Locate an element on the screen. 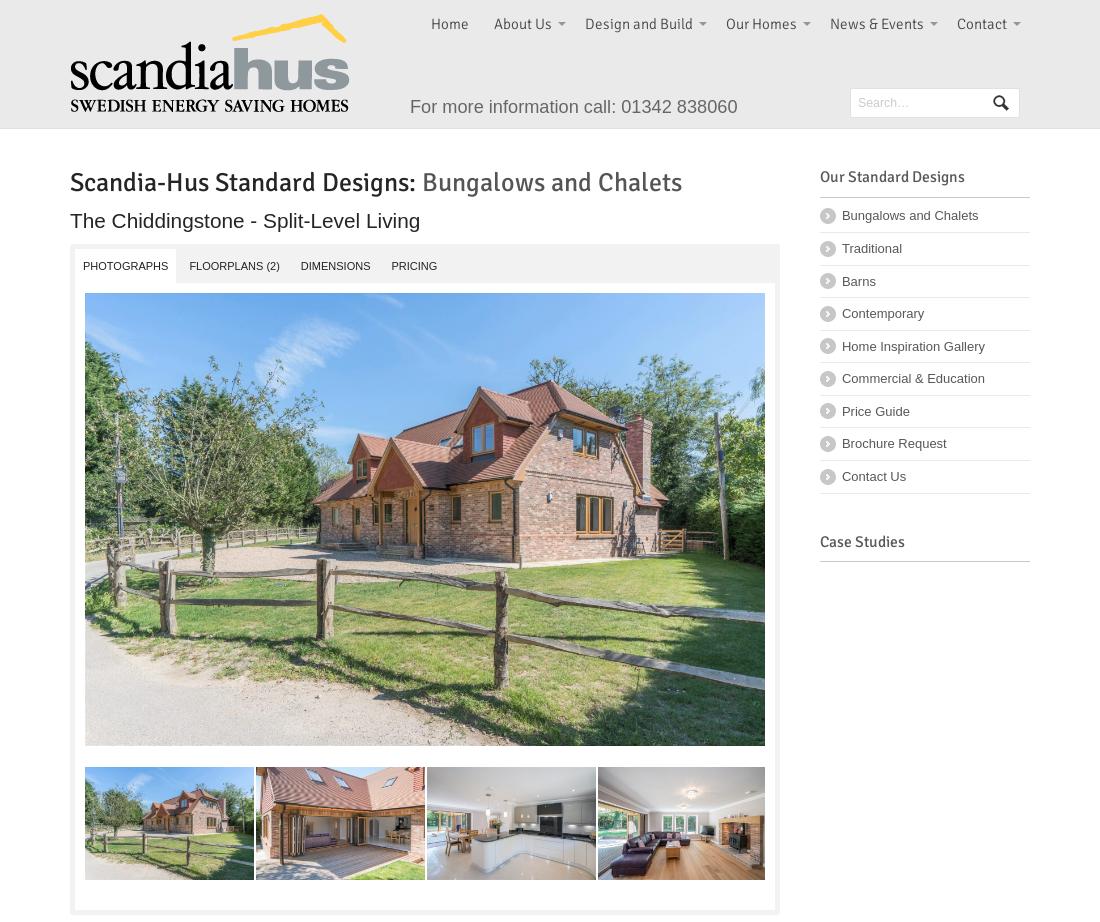 This screenshot has width=1100, height=922. 'Contact' is located at coordinates (980, 23).